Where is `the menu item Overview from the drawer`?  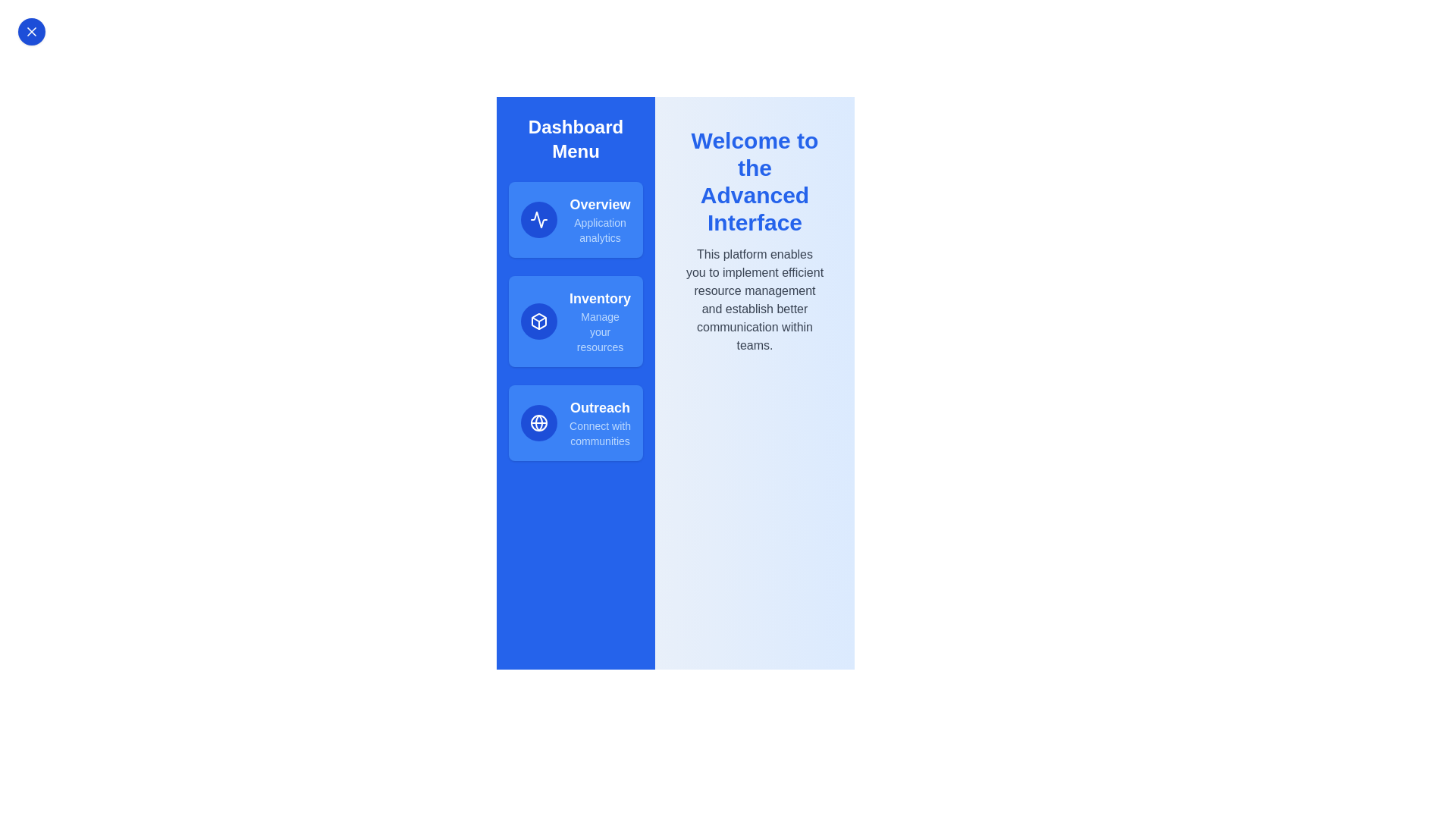 the menu item Overview from the drawer is located at coordinates (575, 219).